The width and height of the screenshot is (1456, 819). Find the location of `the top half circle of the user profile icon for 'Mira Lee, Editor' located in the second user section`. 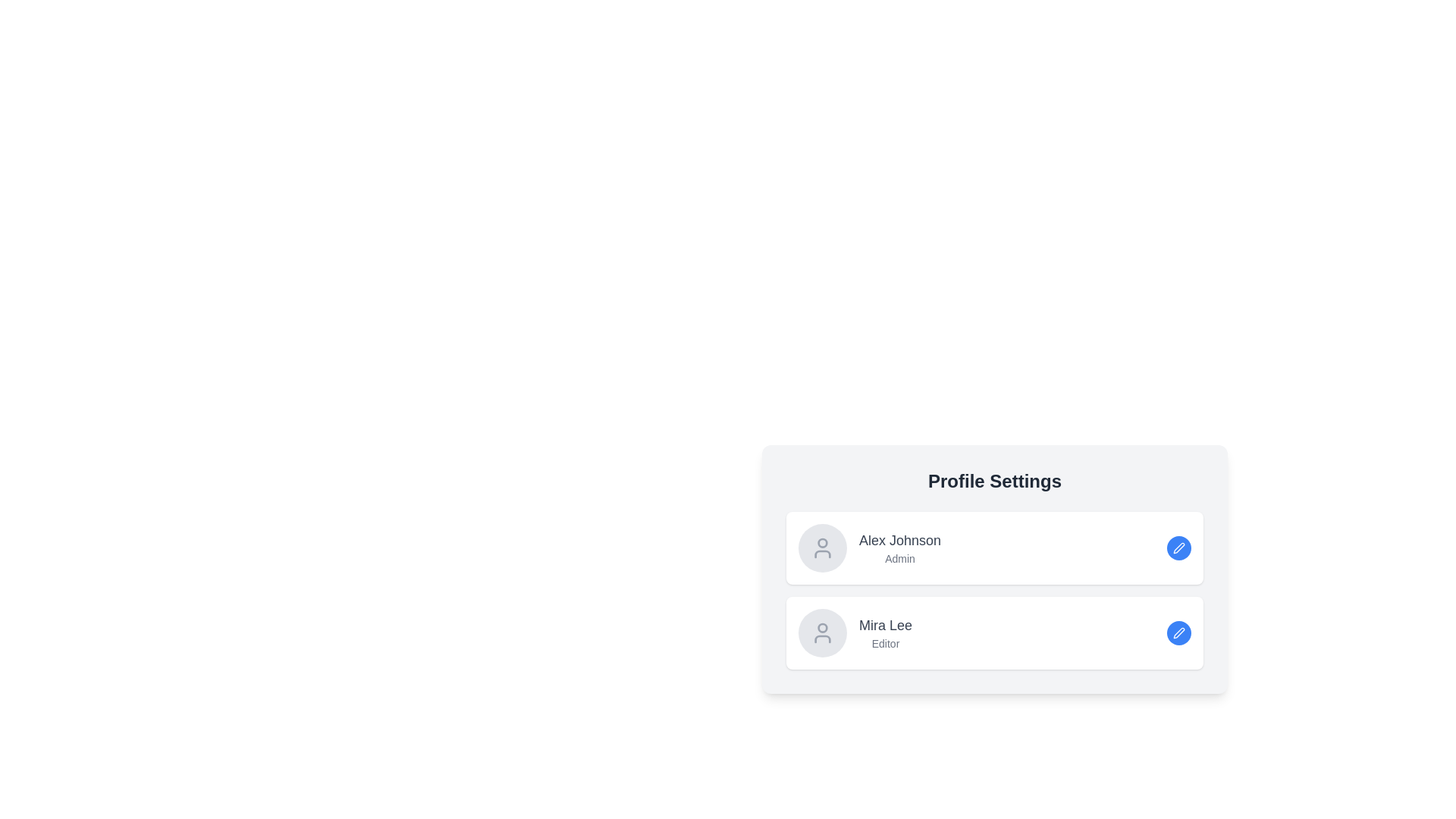

the top half circle of the user profile icon for 'Mira Lee, Editor' located in the second user section is located at coordinates (821, 628).